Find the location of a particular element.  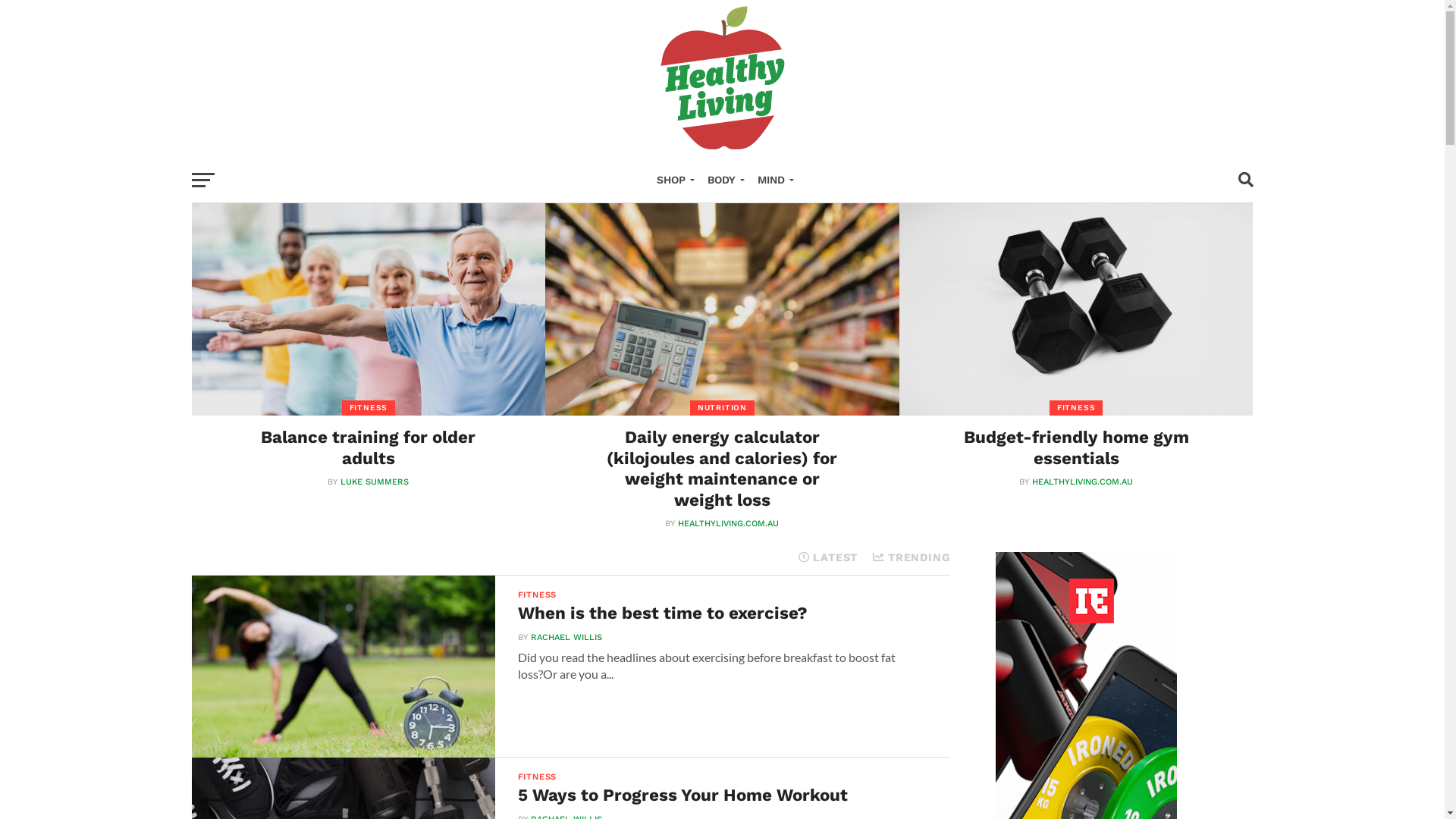

'MIND' is located at coordinates (772, 180).